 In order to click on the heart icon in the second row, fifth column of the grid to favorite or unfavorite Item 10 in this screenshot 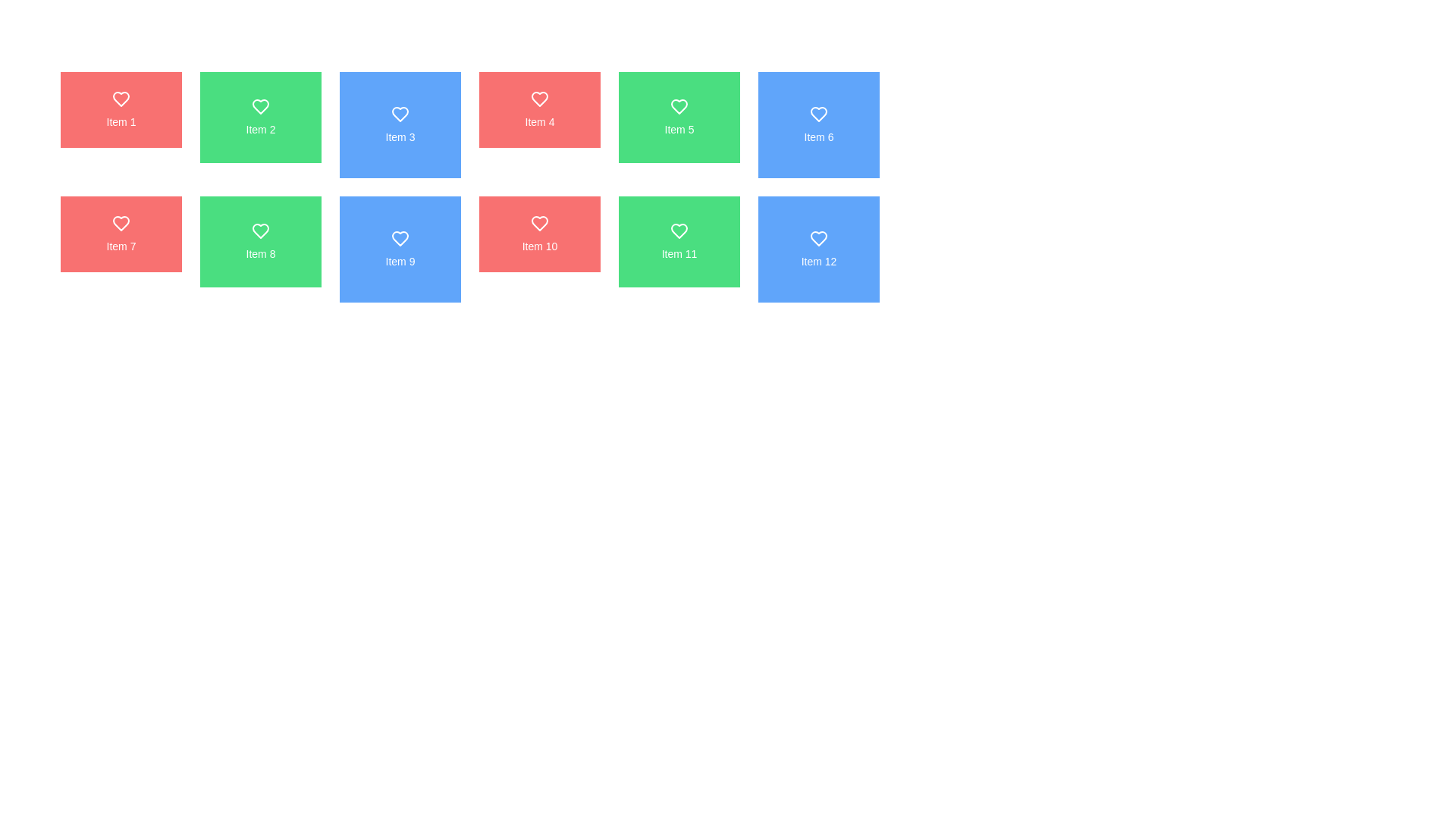, I will do `click(539, 223)`.